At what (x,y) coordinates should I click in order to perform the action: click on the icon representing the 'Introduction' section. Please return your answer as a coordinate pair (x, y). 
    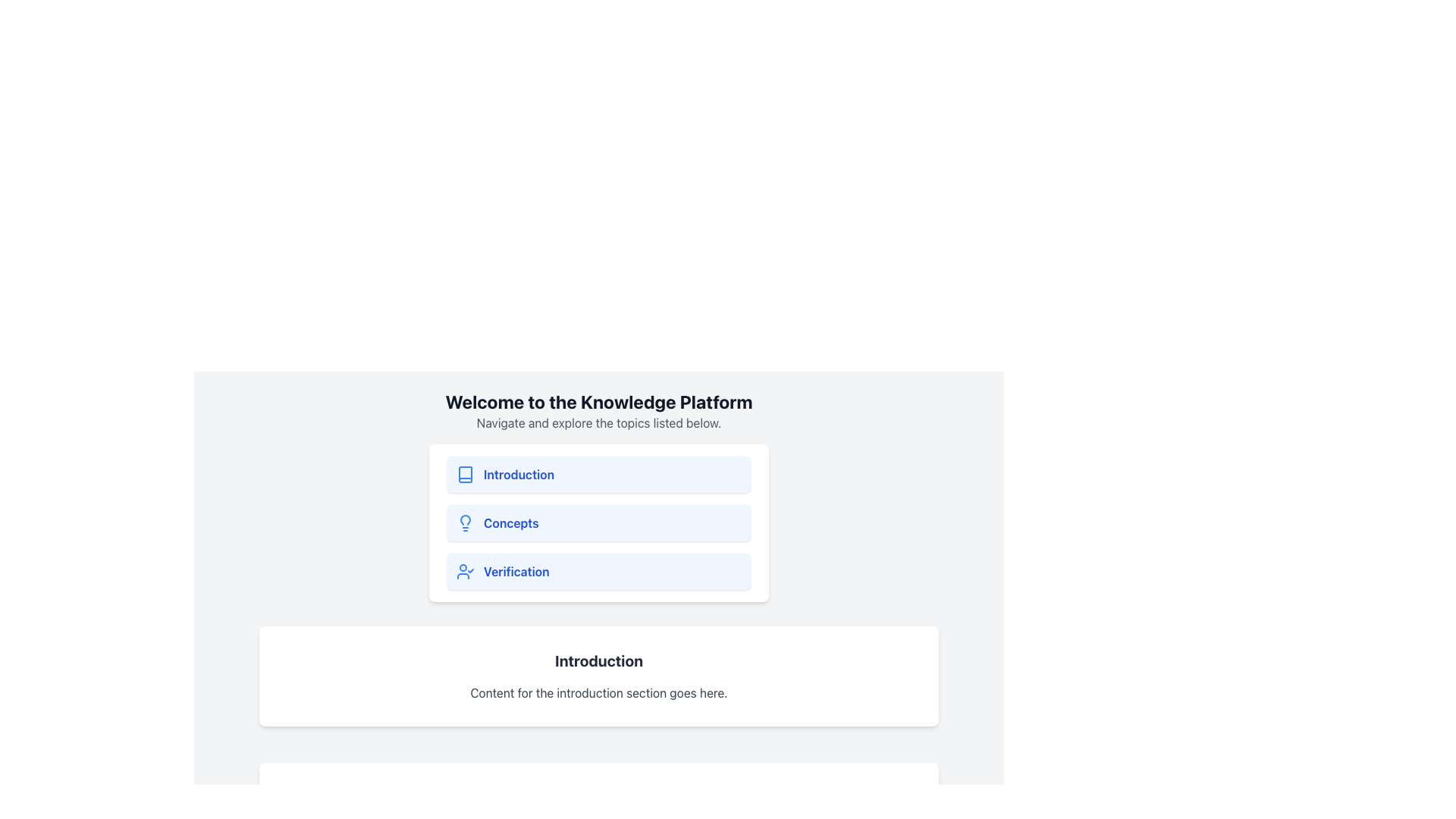
    Looking at the image, I should click on (465, 473).